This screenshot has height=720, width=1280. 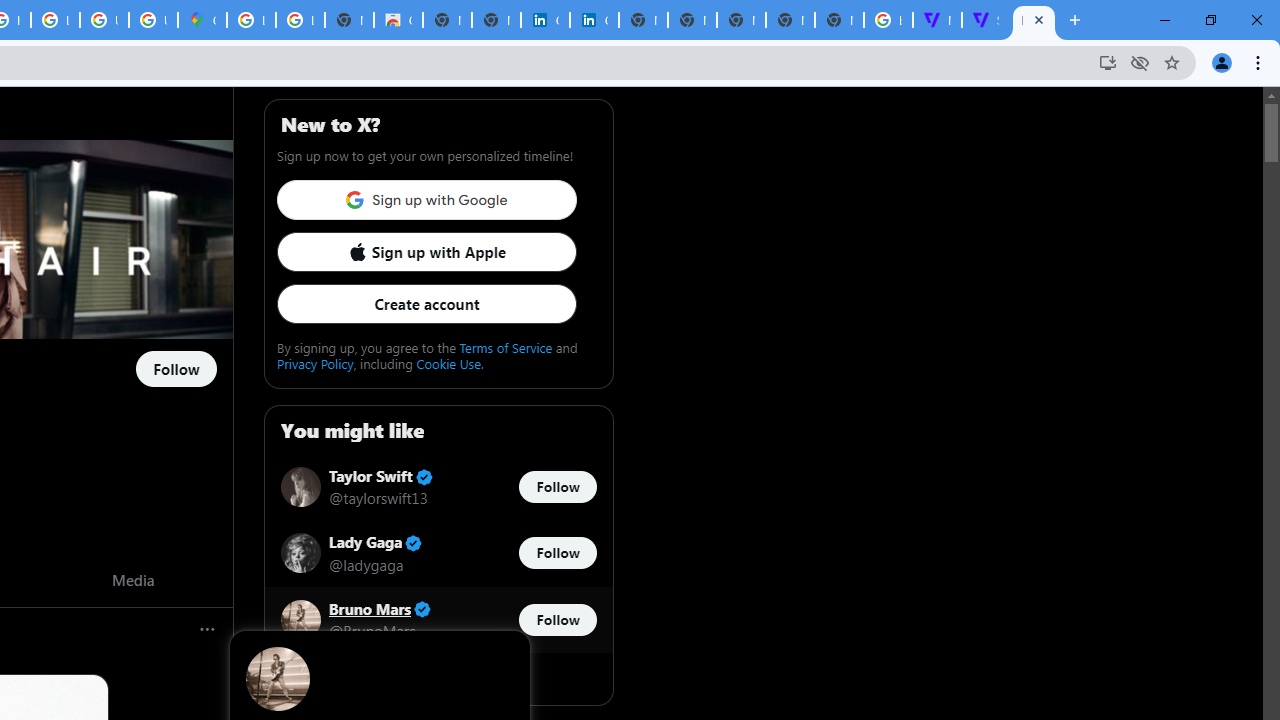 What do you see at coordinates (986, 20) in the screenshot?
I see `'Streaming - The Verge'` at bounding box center [986, 20].